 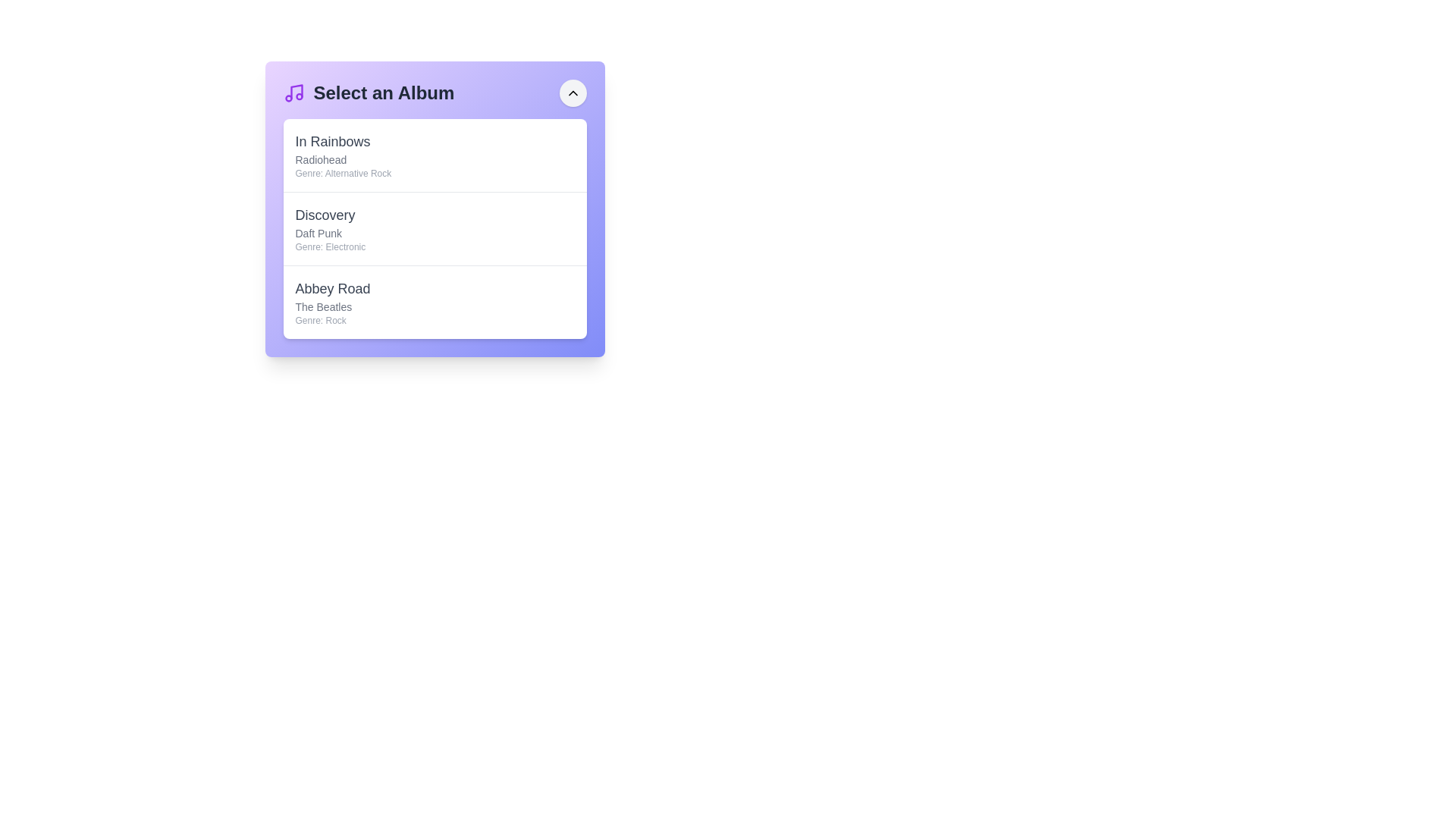 I want to click on the Header bar indicating the section for selecting an album, so click(x=434, y=93).